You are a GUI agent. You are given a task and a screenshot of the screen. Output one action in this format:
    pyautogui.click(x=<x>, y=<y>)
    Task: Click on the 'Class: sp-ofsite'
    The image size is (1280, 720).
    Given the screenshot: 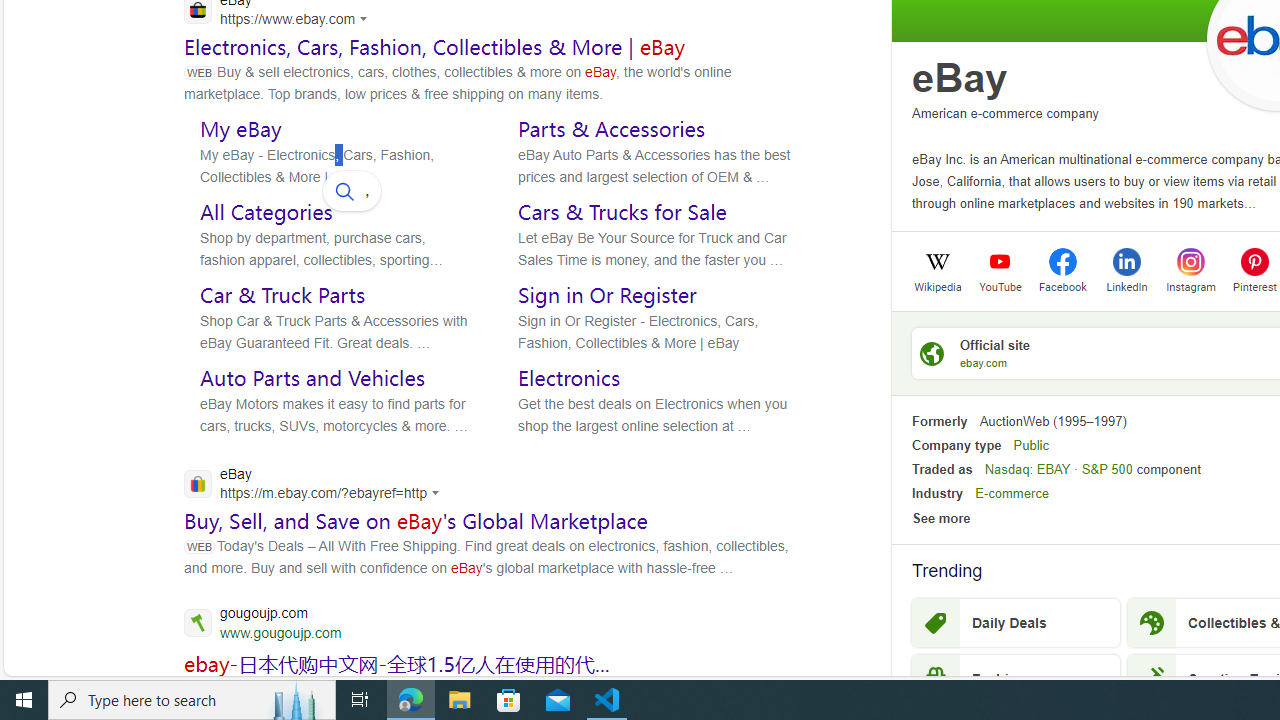 What is the action you would take?
    pyautogui.click(x=931, y=352)
    